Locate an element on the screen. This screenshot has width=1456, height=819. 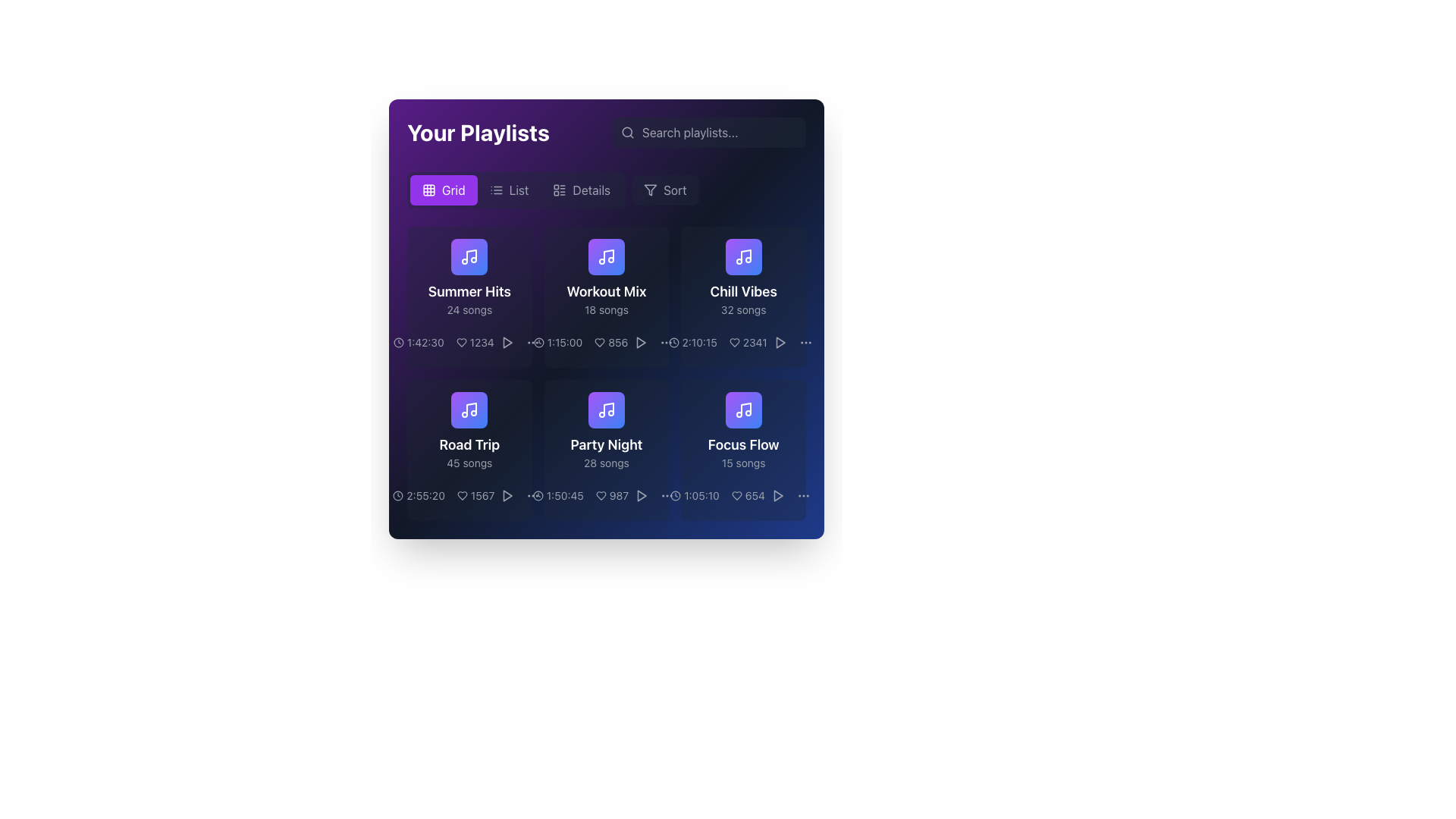
the triangular play button located below the playlist grid, specifically in the third column of the second row, to play the playlist is located at coordinates (508, 496).